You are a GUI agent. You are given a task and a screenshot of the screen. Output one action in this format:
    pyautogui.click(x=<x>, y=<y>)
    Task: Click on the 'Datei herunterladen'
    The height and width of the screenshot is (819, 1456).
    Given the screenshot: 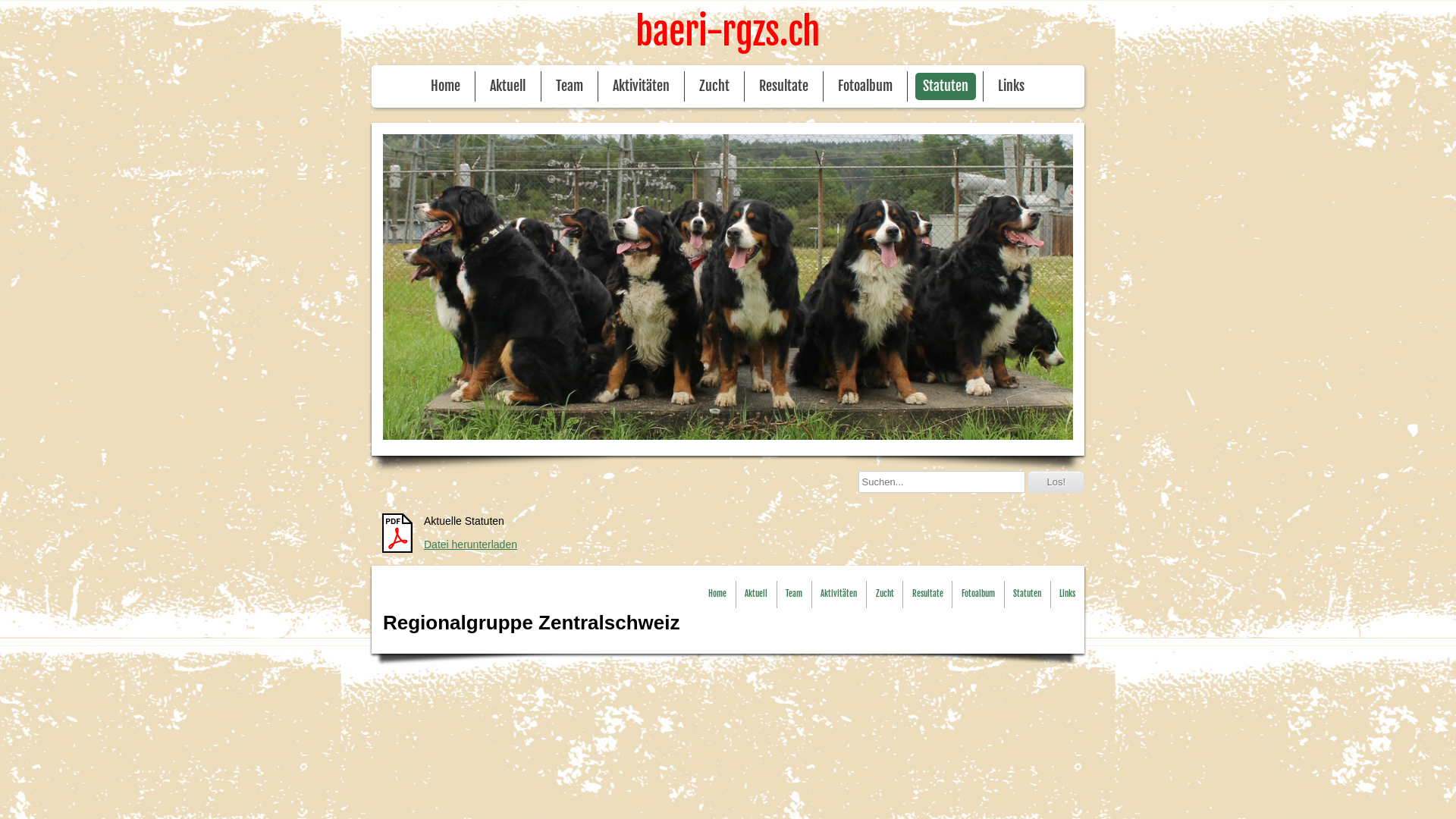 What is the action you would take?
    pyautogui.click(x=469, y=543)
    